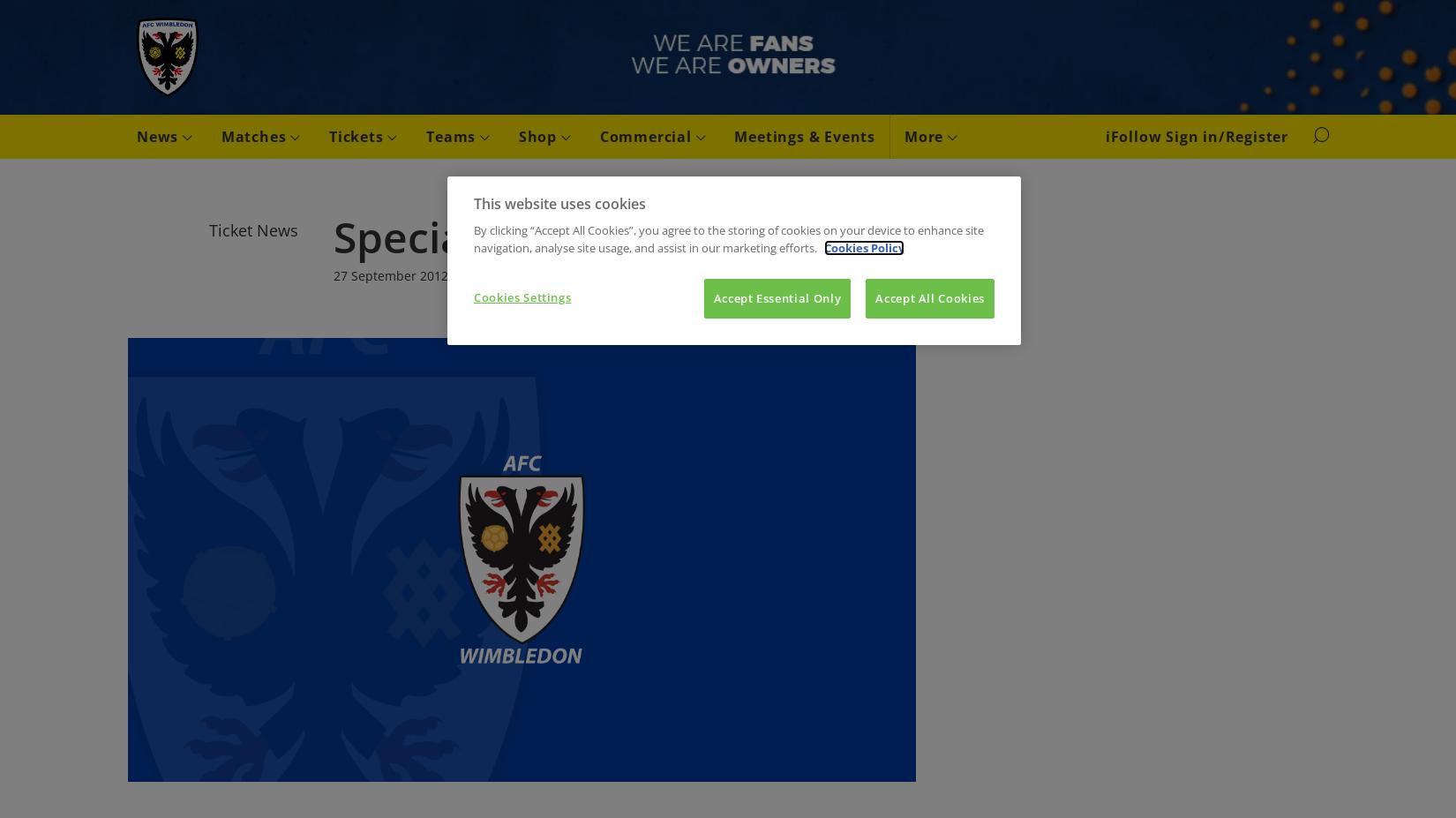  Describe the element at coordinates (804, 135) in the screenshot. I see `'Meetings & Events'` at that location.